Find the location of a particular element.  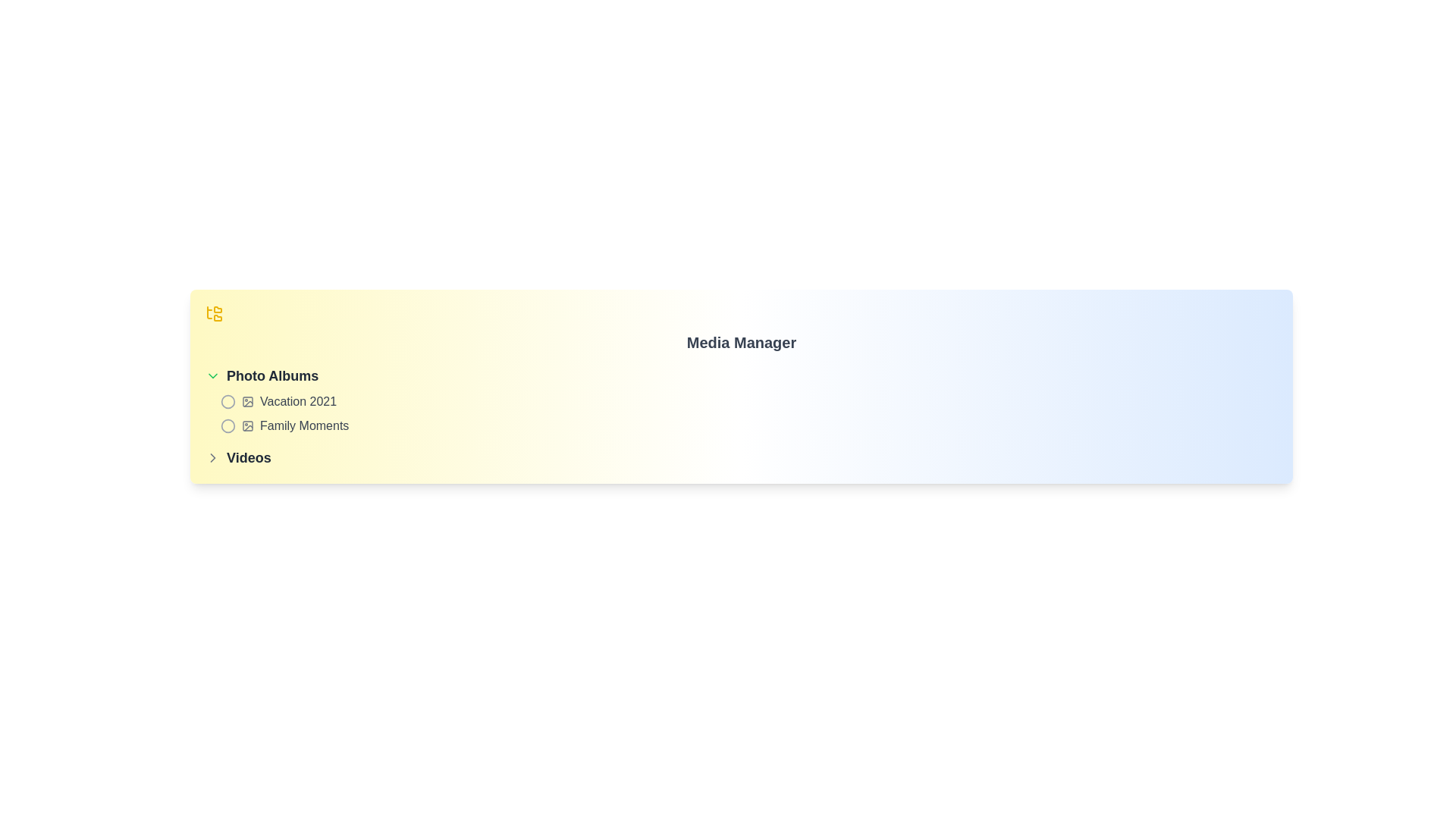

the bold text label 'Videos' which is styled with a larger font size and dark gray color, located below the 'Photo Albums' folder label is located at coordinates (249, 457).